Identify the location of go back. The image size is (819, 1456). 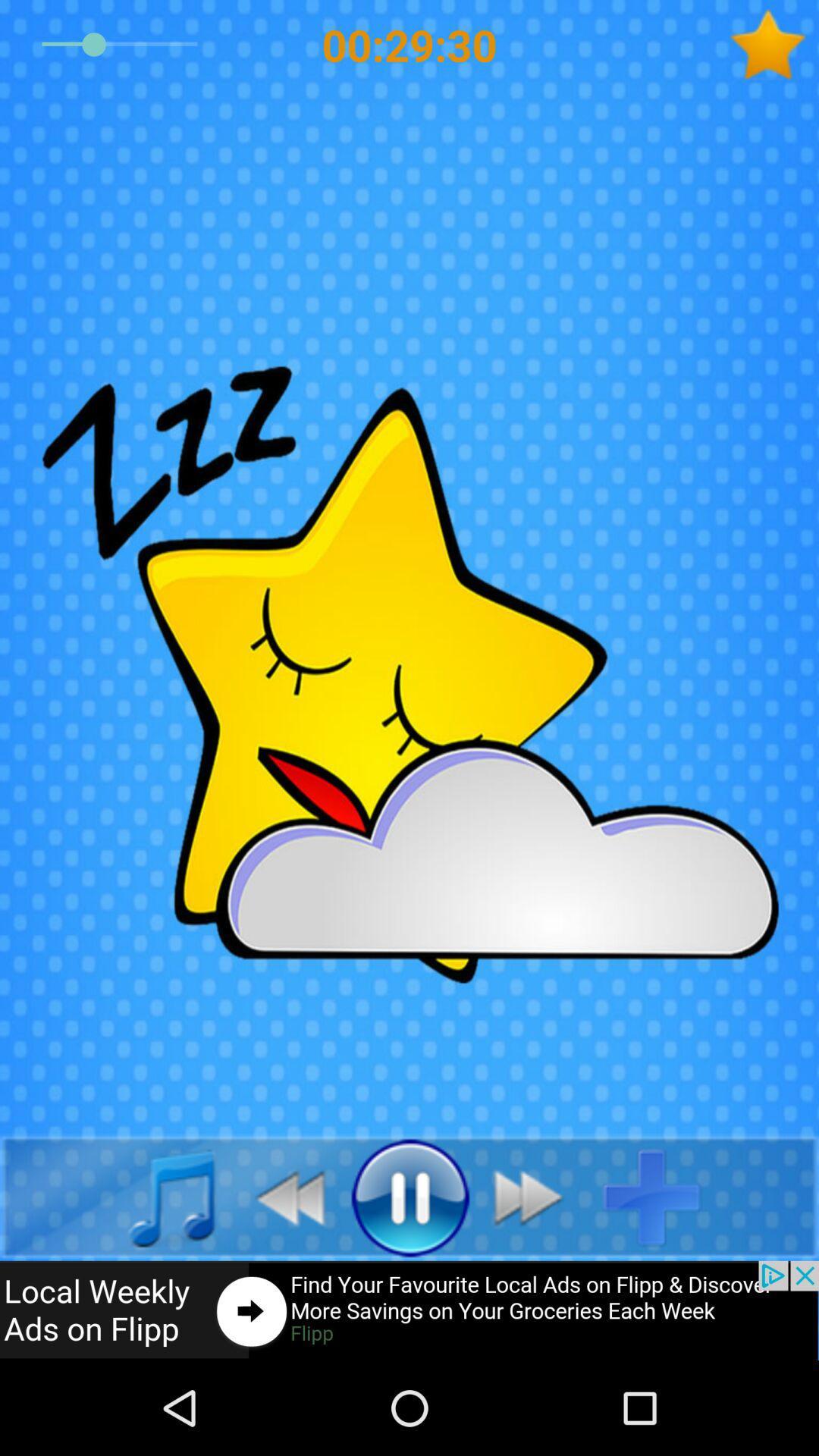
(281, 1196).